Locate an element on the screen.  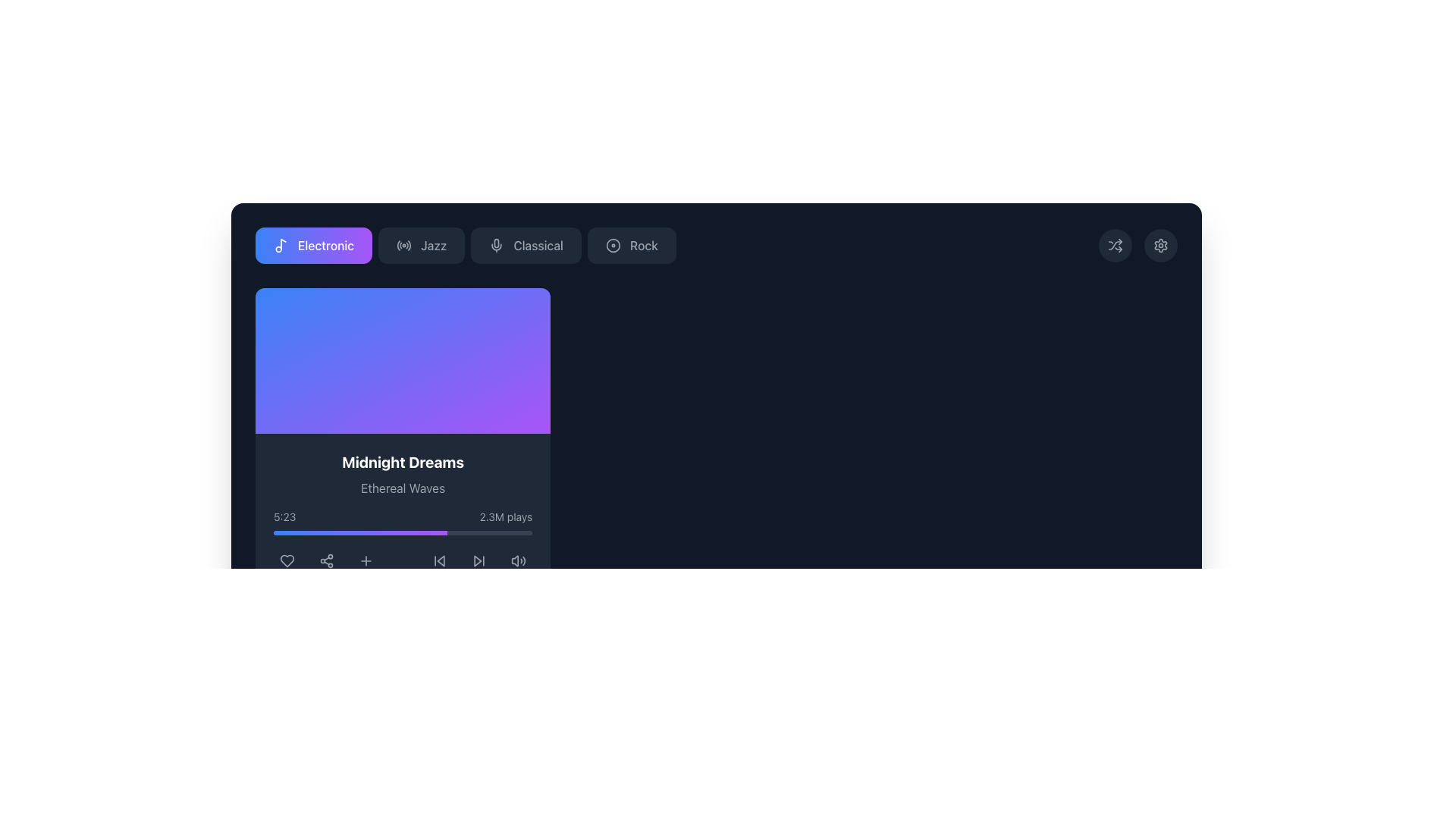
the slider value is located at coordinates (286, 532).